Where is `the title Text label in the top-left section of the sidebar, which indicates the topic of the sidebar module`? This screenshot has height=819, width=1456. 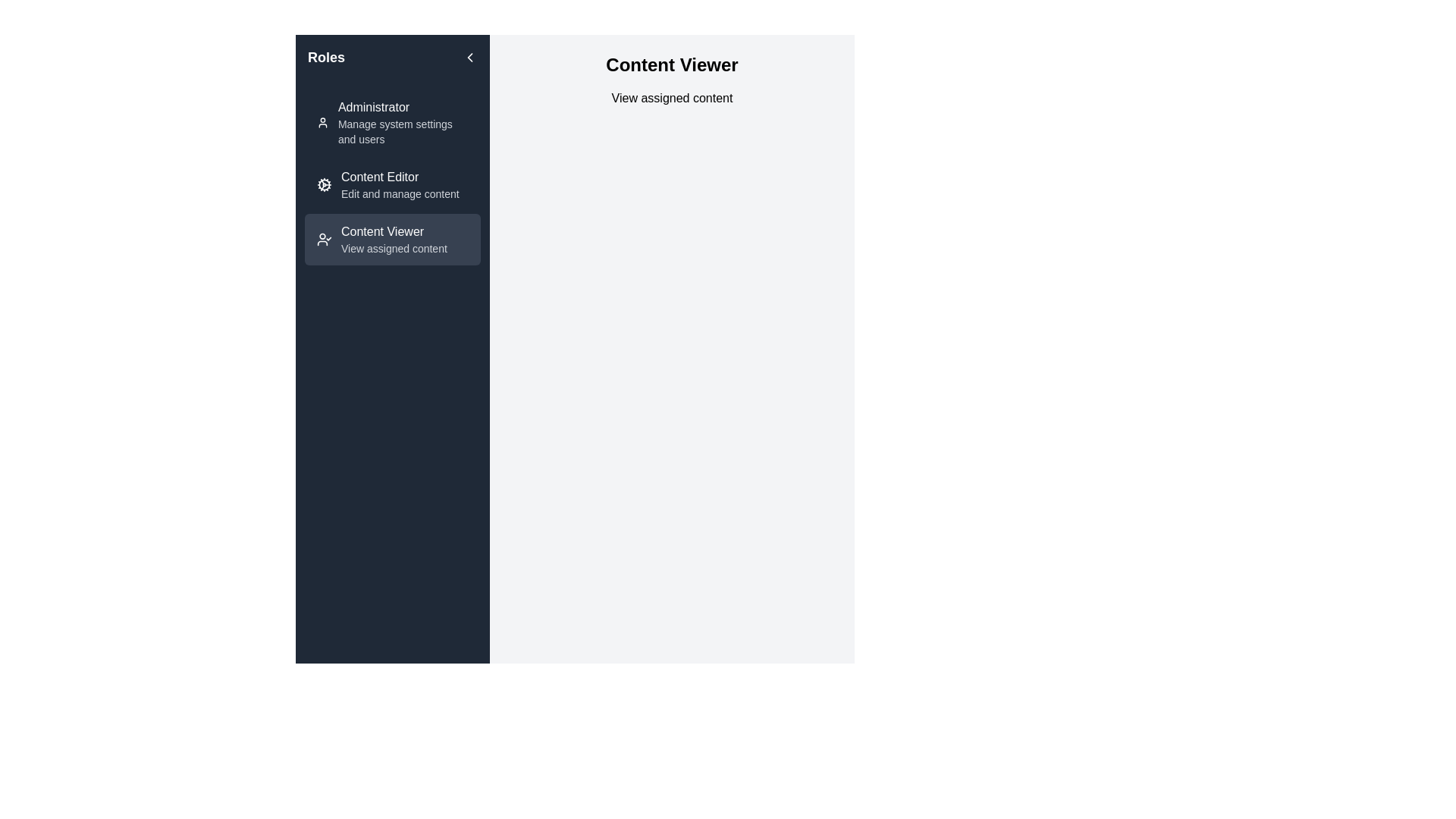
the title Text label in the top-left section of the sidebar, which indicates the topic of the sidebar module is located at coordinates (325, 57).